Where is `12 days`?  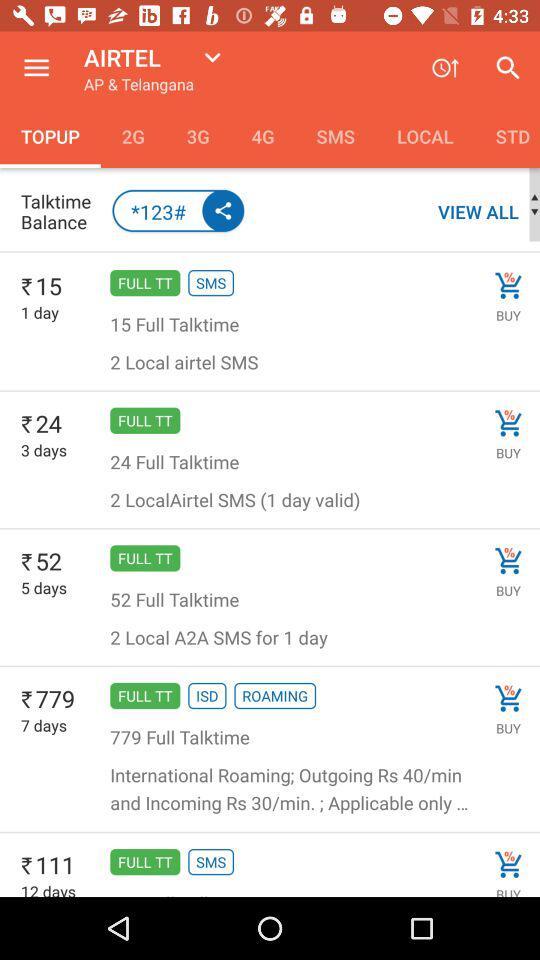 12 days is located at coordinates (48, 887).